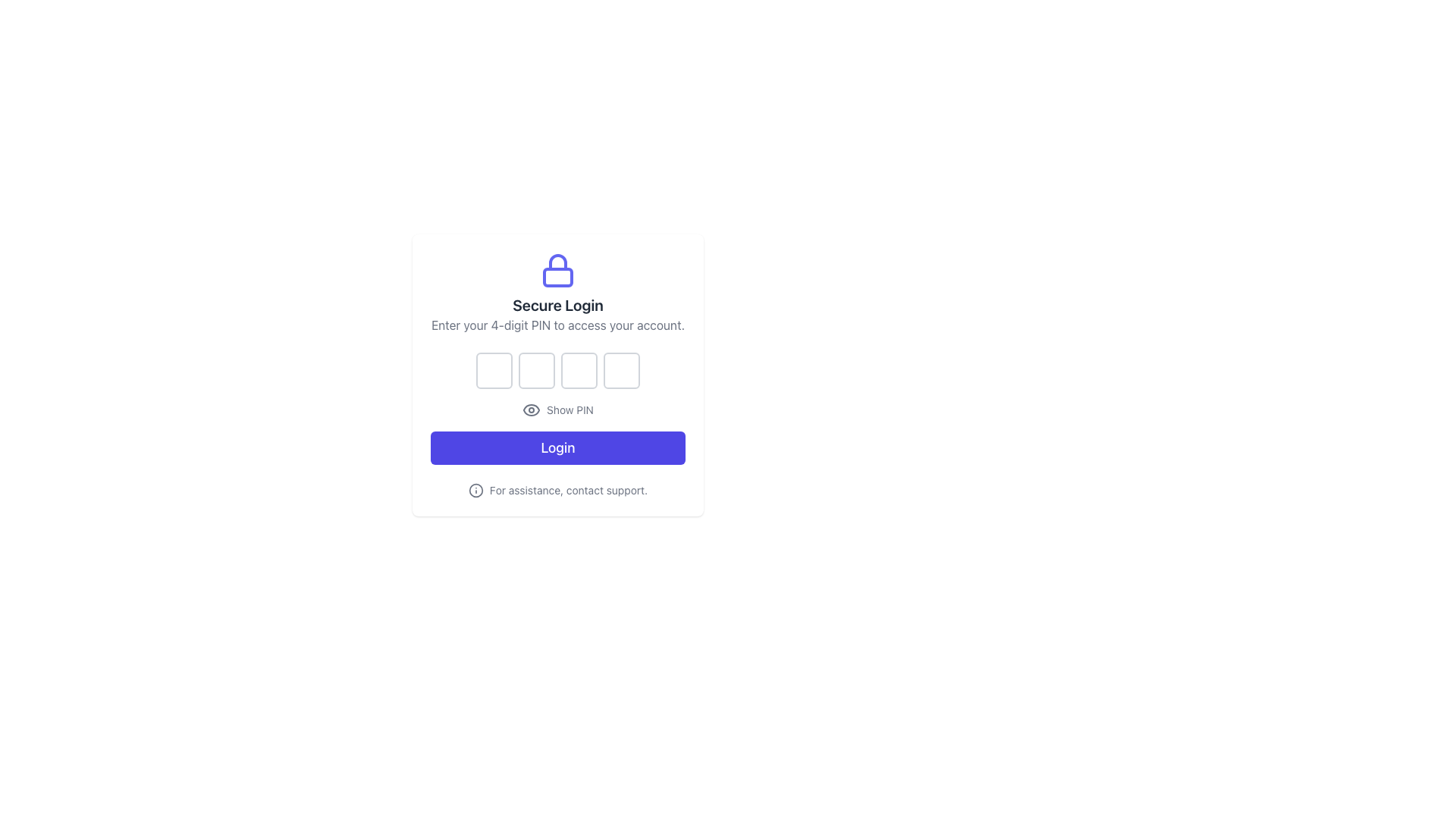 The height and width of the screenshot is (819, 1456). Describe the element at coordinates (557, 447) in the screenshot. I see `the 'Login' button` at that location.